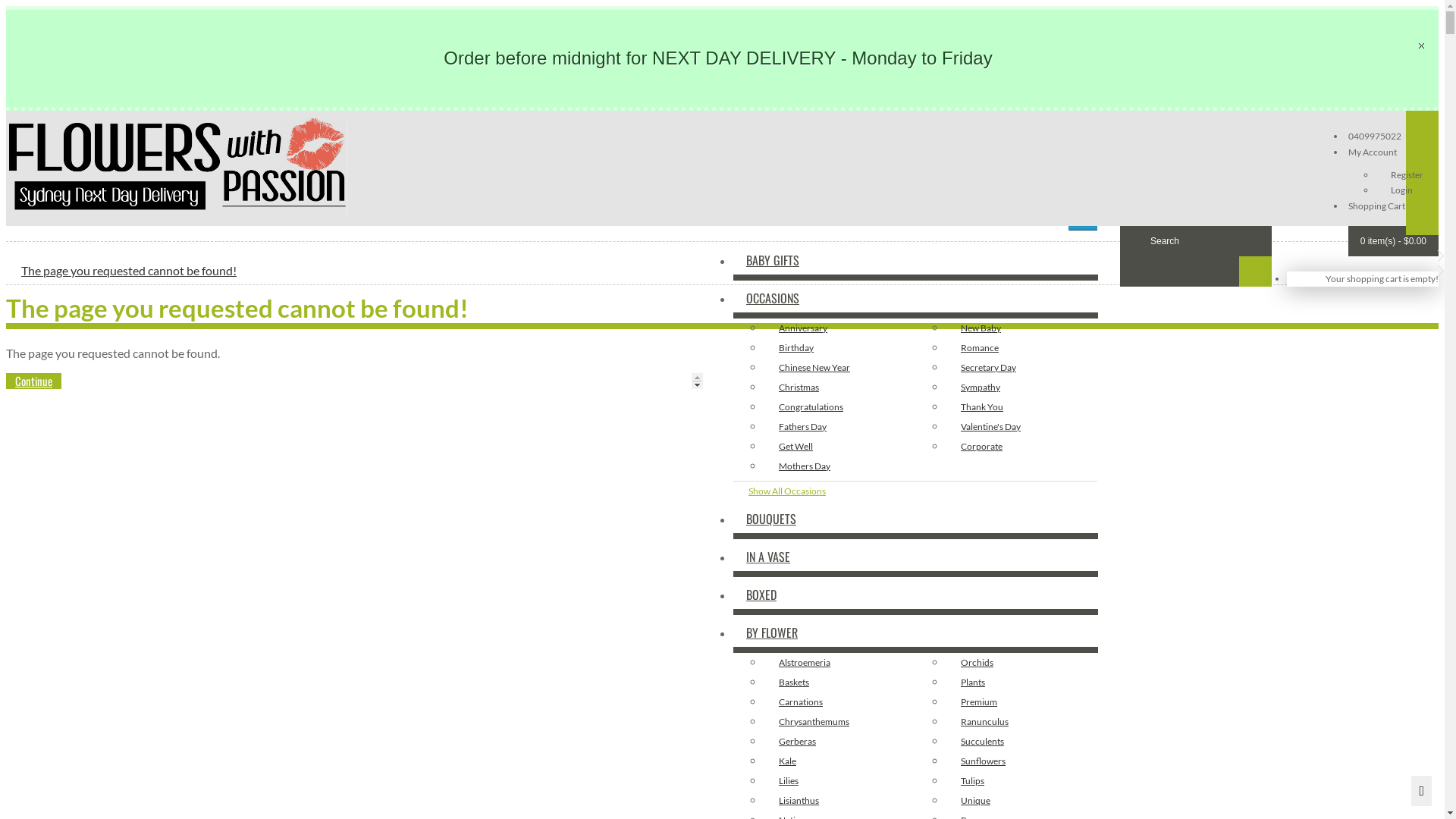 This screenshot has height=819, width=1456. What do you see at coordinates (1021, 739) in the screenshot?
I see `'Succulents'` at bounding box center [1021, 739].